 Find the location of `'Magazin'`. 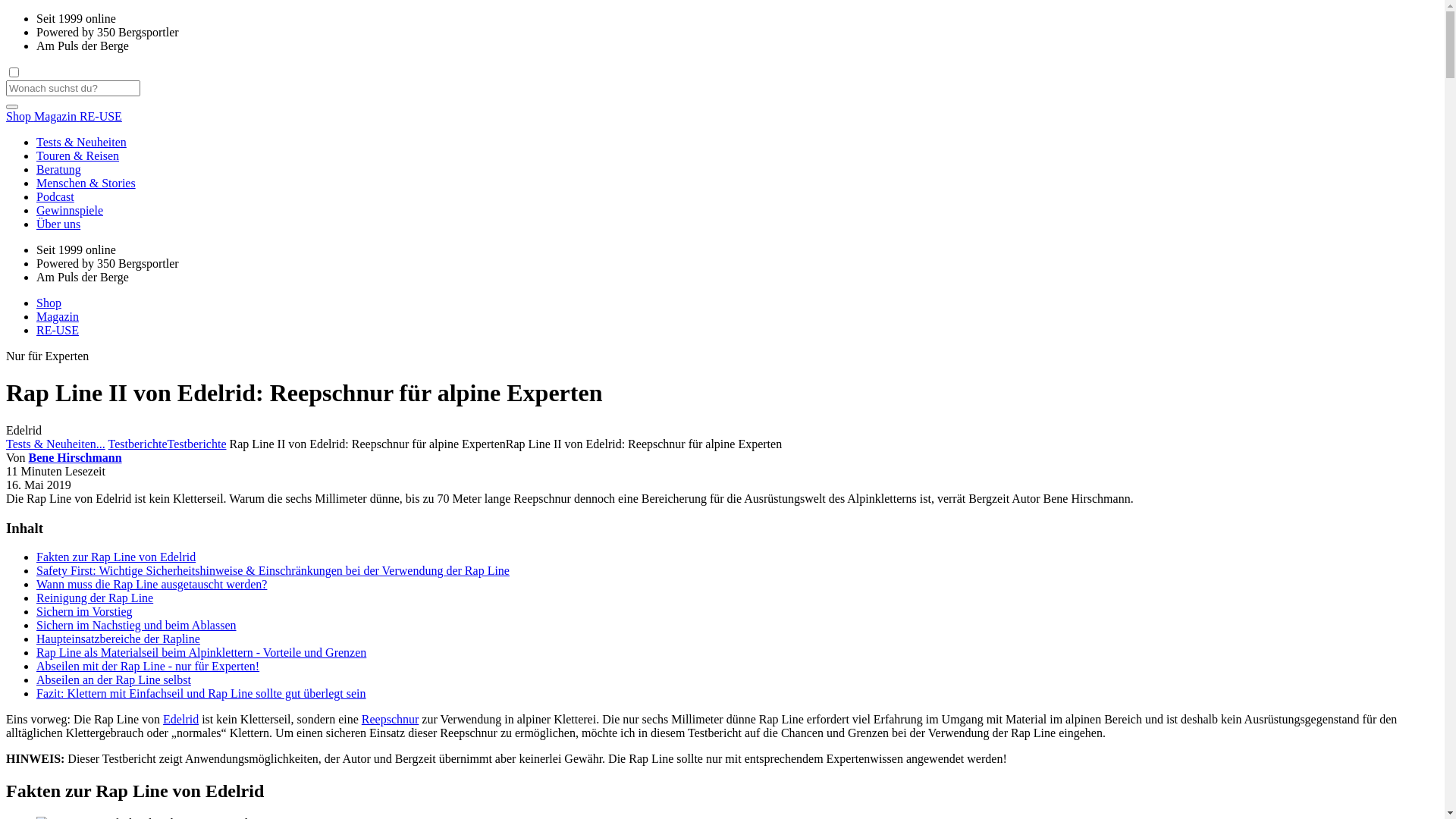

'Magazin' is located at coordinates (58, 315).